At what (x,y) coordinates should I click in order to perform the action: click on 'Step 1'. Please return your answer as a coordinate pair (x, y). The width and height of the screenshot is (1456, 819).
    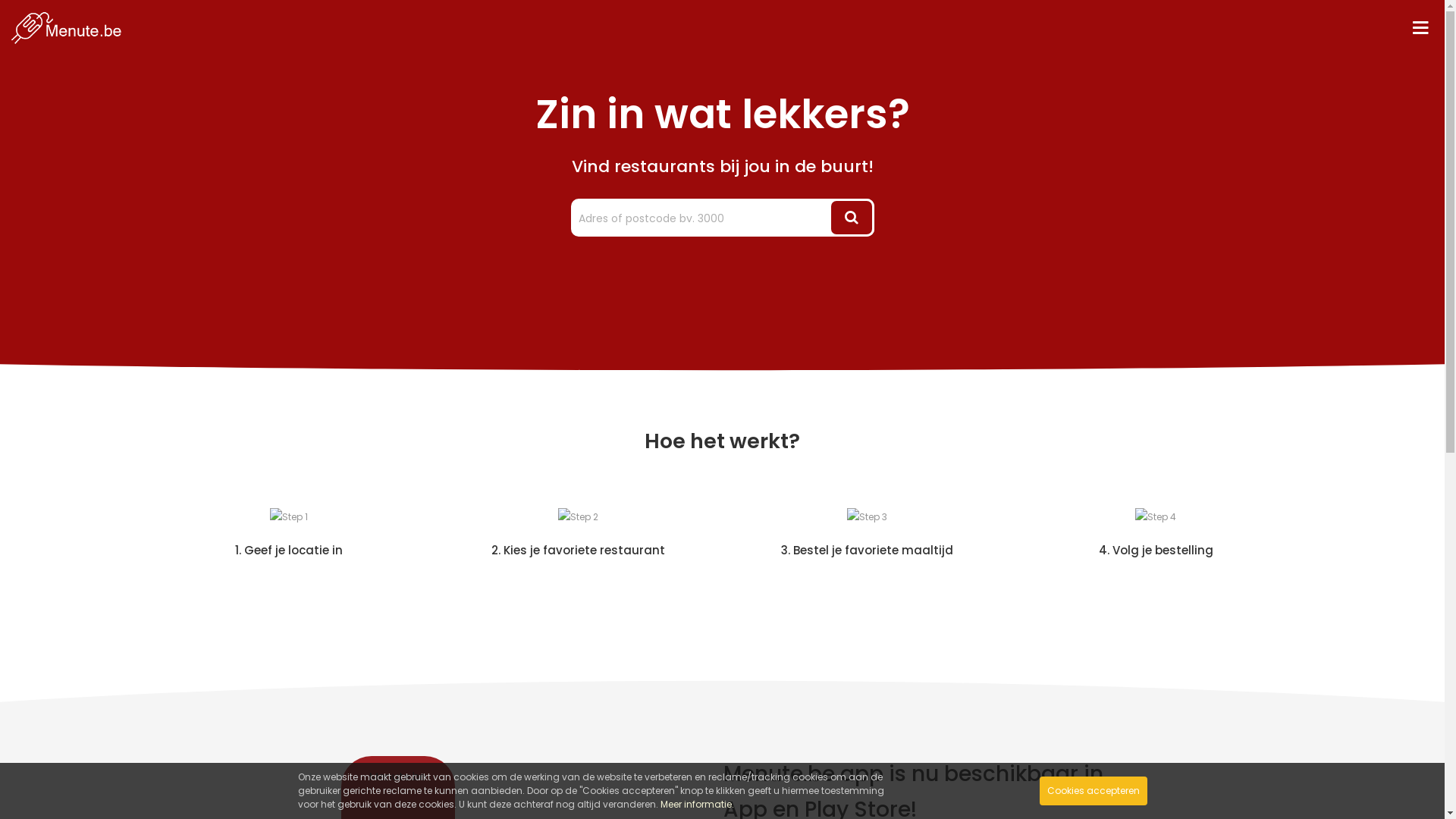
    Looking at the image, I should click on (288, 516).